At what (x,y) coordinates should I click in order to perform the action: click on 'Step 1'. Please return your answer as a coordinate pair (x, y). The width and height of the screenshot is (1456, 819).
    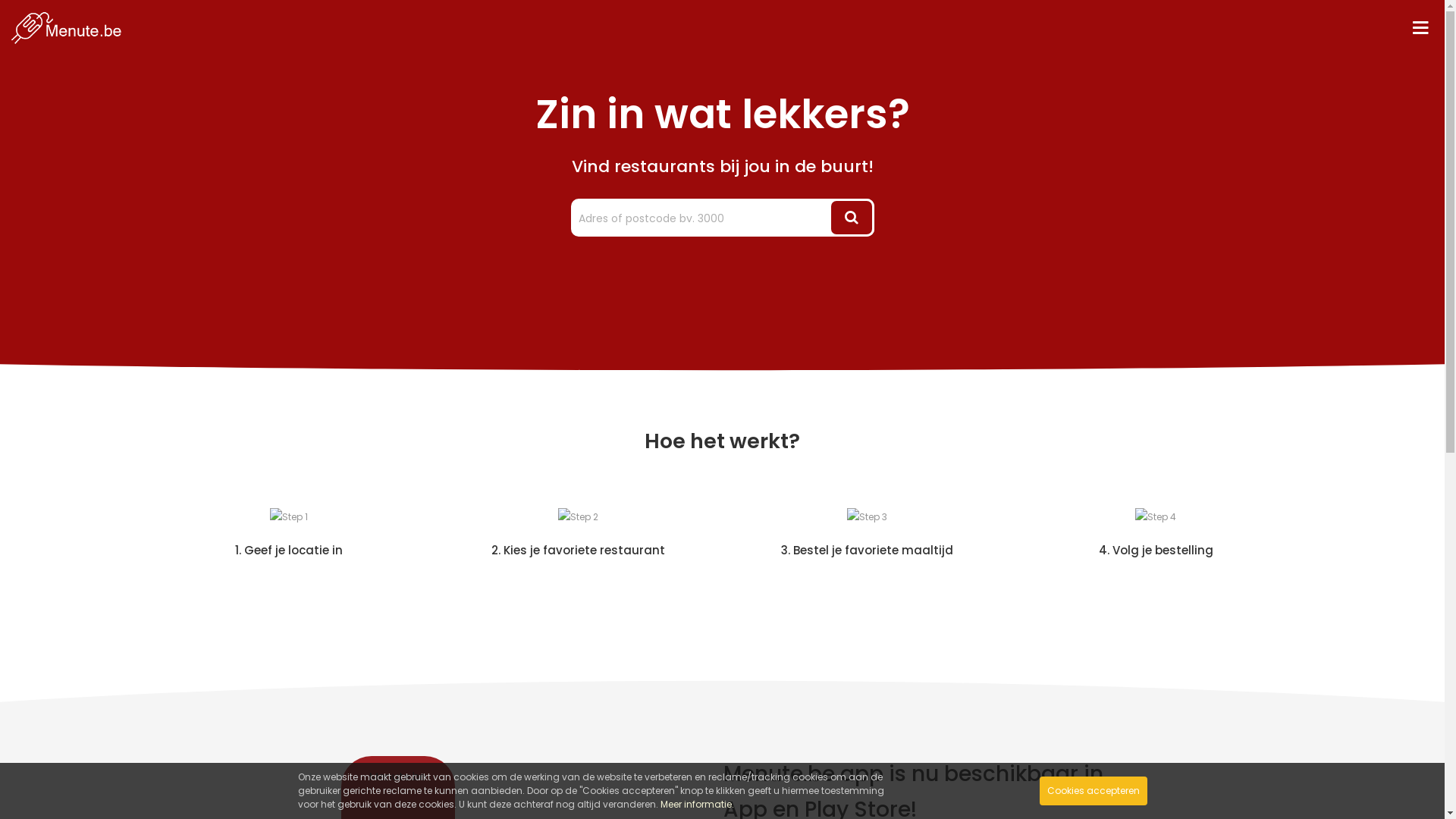
    Looking at the image, I should click on (288, 516).